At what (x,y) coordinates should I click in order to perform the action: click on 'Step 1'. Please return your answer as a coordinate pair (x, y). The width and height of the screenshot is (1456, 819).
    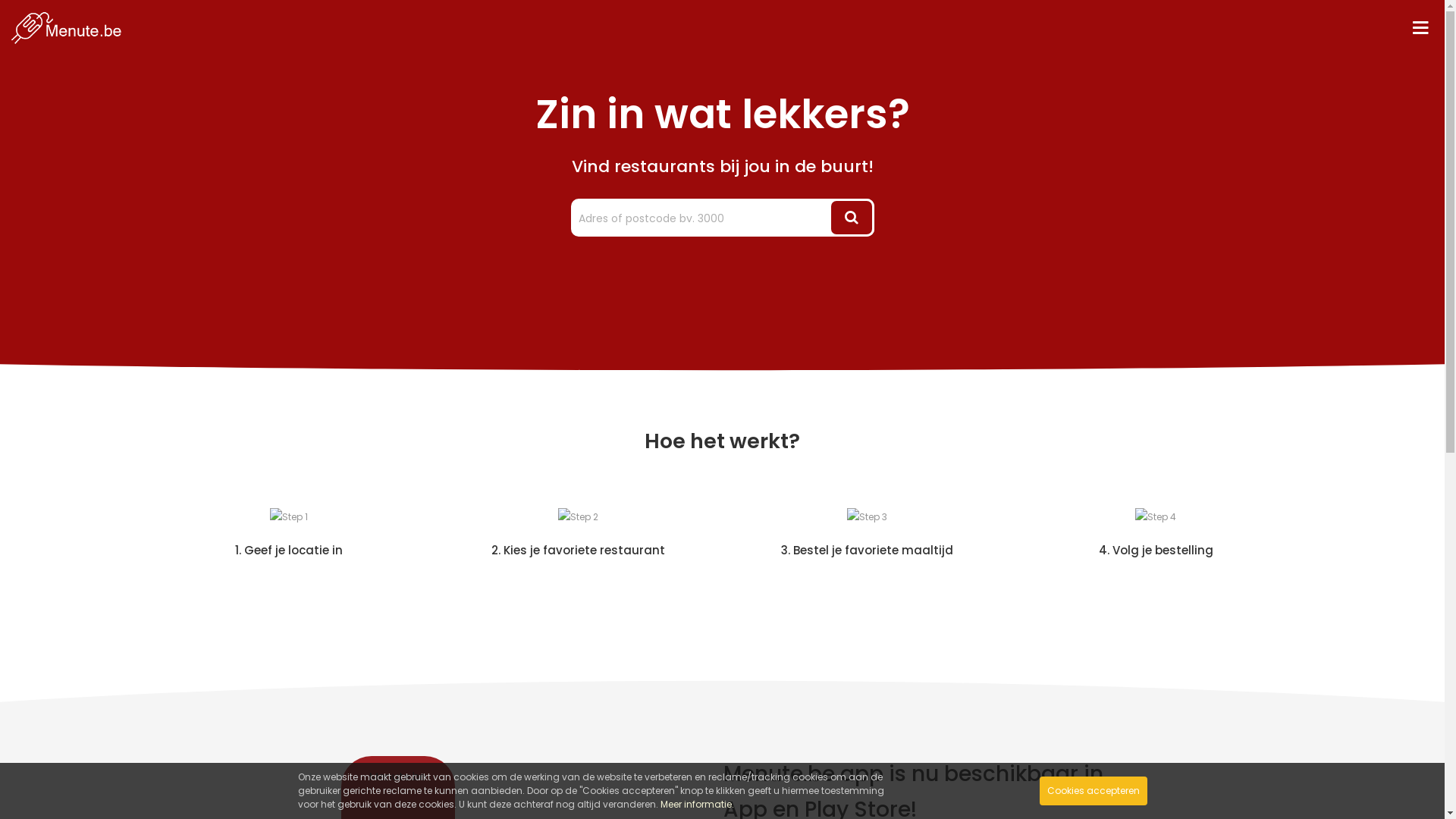
    Looking at the image, I should click on (288, 516).